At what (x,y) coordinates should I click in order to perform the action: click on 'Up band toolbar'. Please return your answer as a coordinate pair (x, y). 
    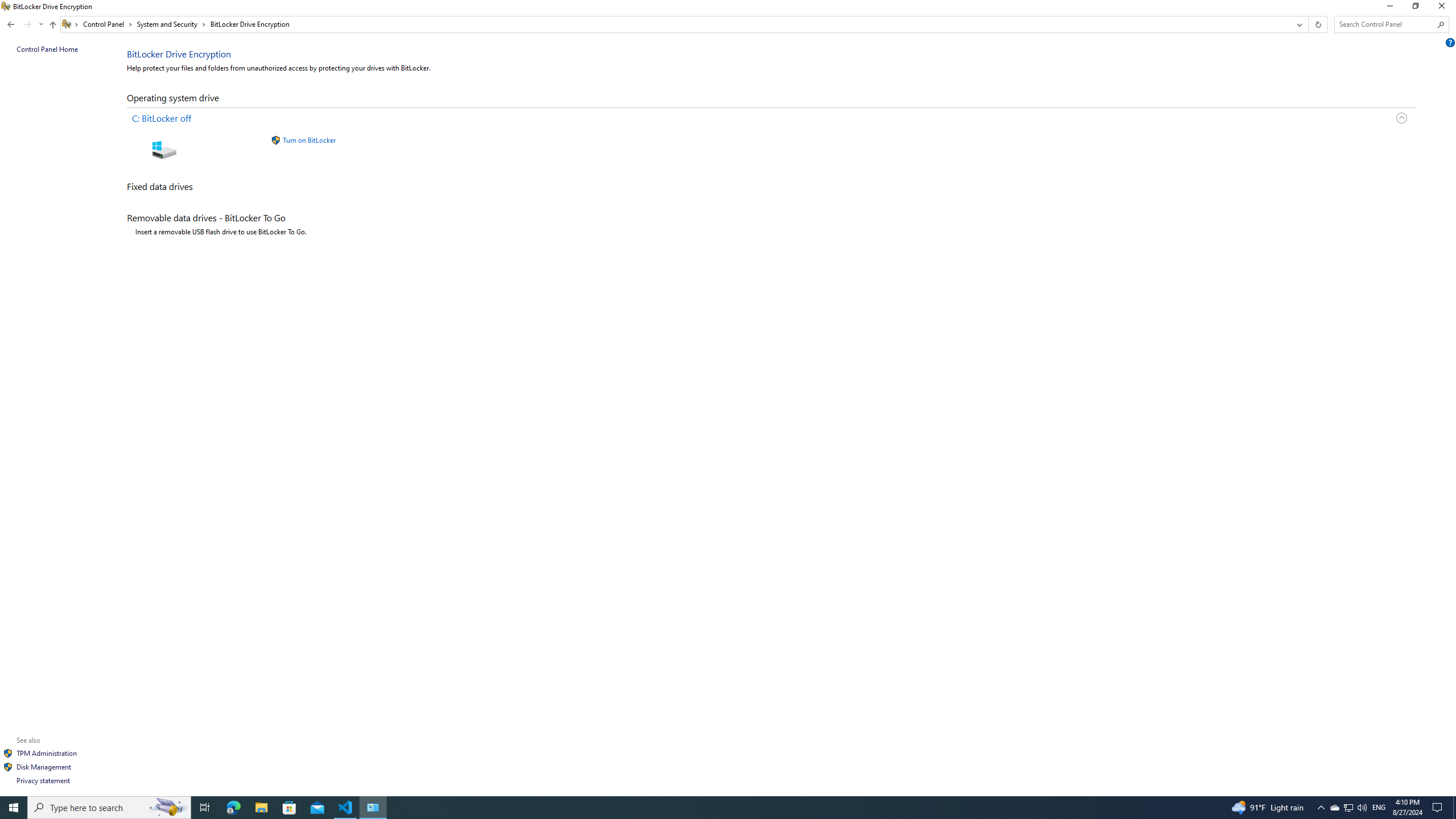
    Looking at the image, I should click on (53, 26).